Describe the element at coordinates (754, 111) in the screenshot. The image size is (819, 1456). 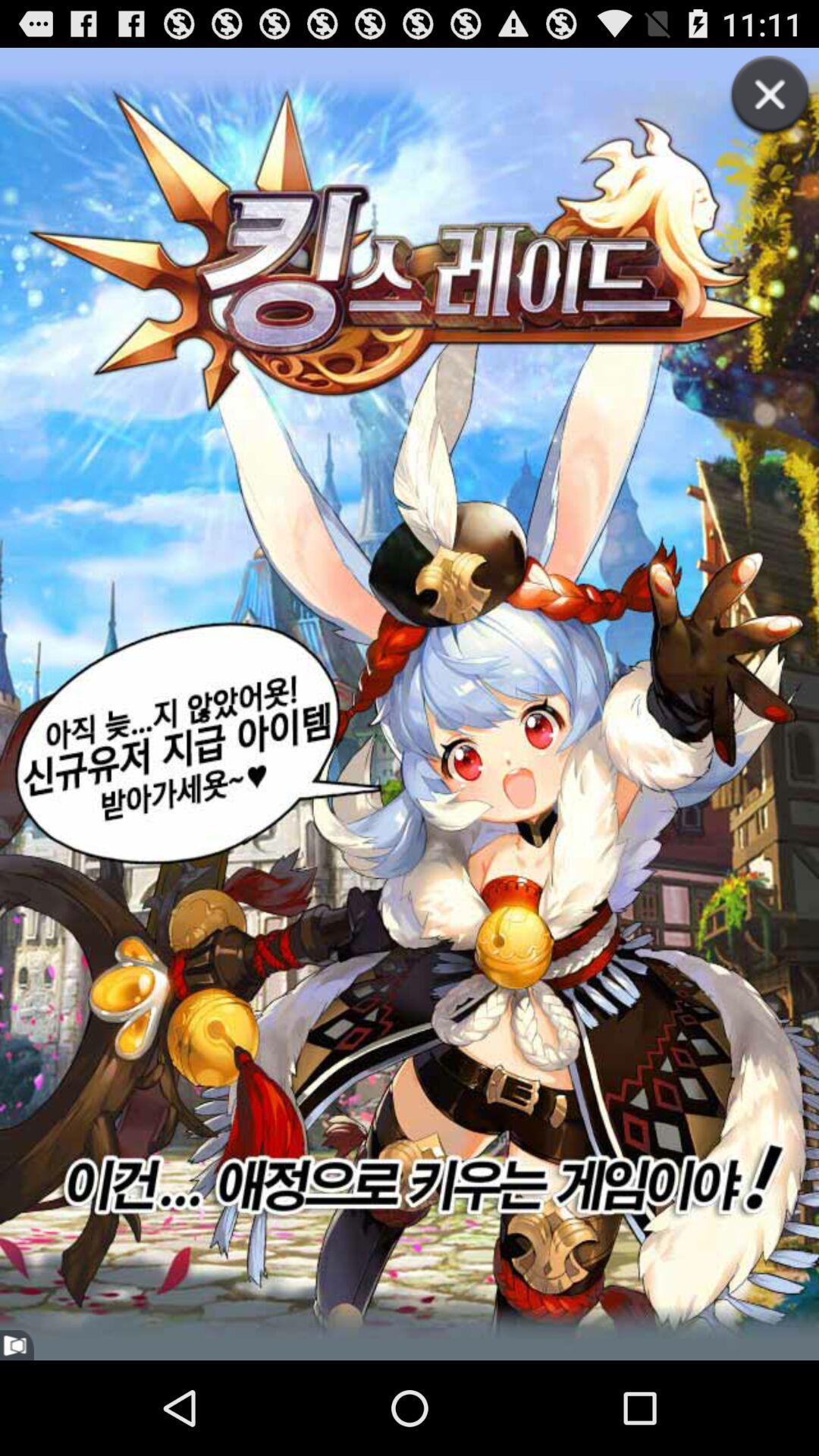
I see `the icon at the top right corner` at that location.